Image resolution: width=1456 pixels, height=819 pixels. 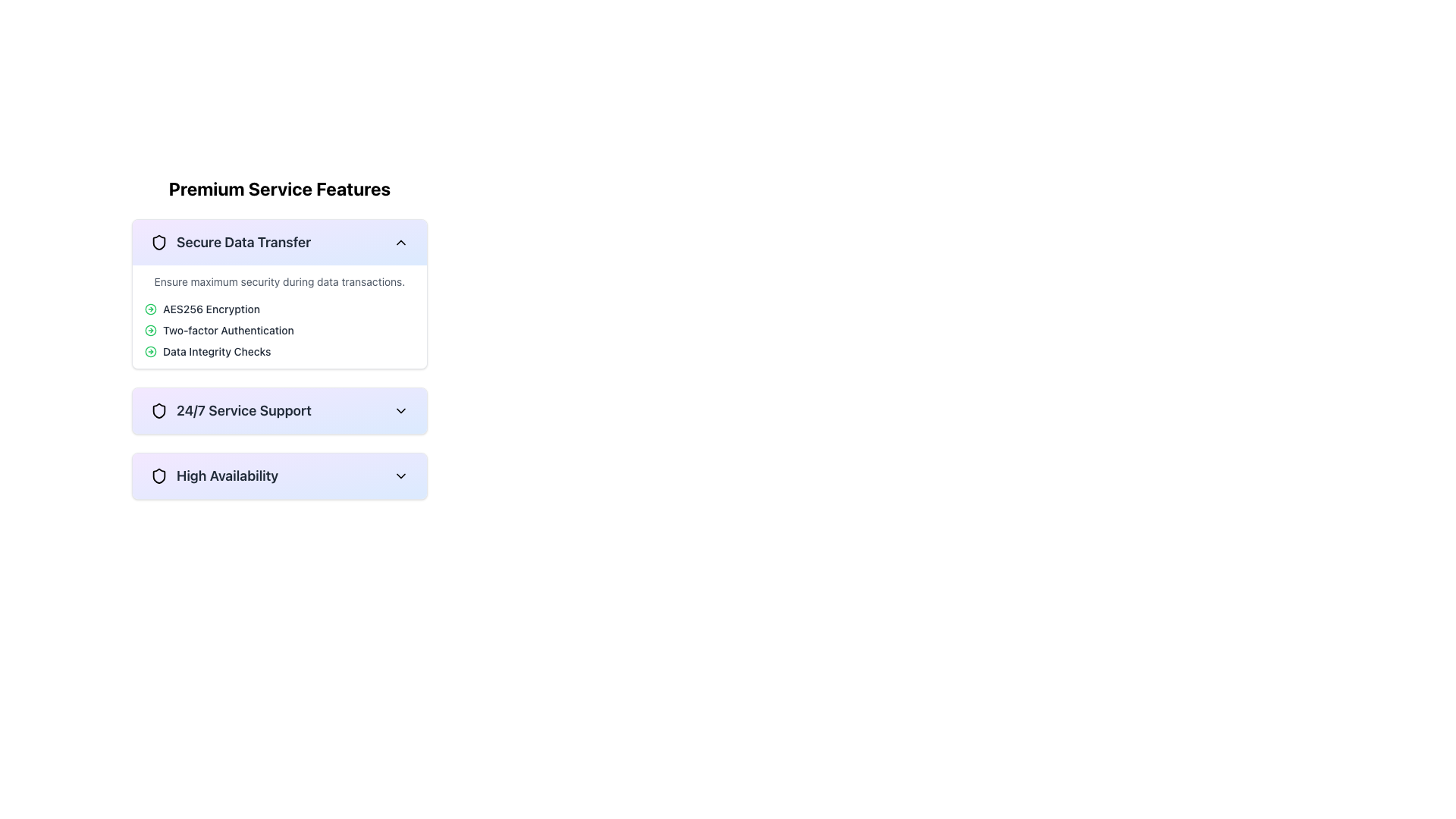 What do you see at coordinates (150, 309) in the screenshot?
I see `the small, circular green arrow icon pointing to the right next to the text 'AES256 Encryption'` at bounding box center [150, 309].